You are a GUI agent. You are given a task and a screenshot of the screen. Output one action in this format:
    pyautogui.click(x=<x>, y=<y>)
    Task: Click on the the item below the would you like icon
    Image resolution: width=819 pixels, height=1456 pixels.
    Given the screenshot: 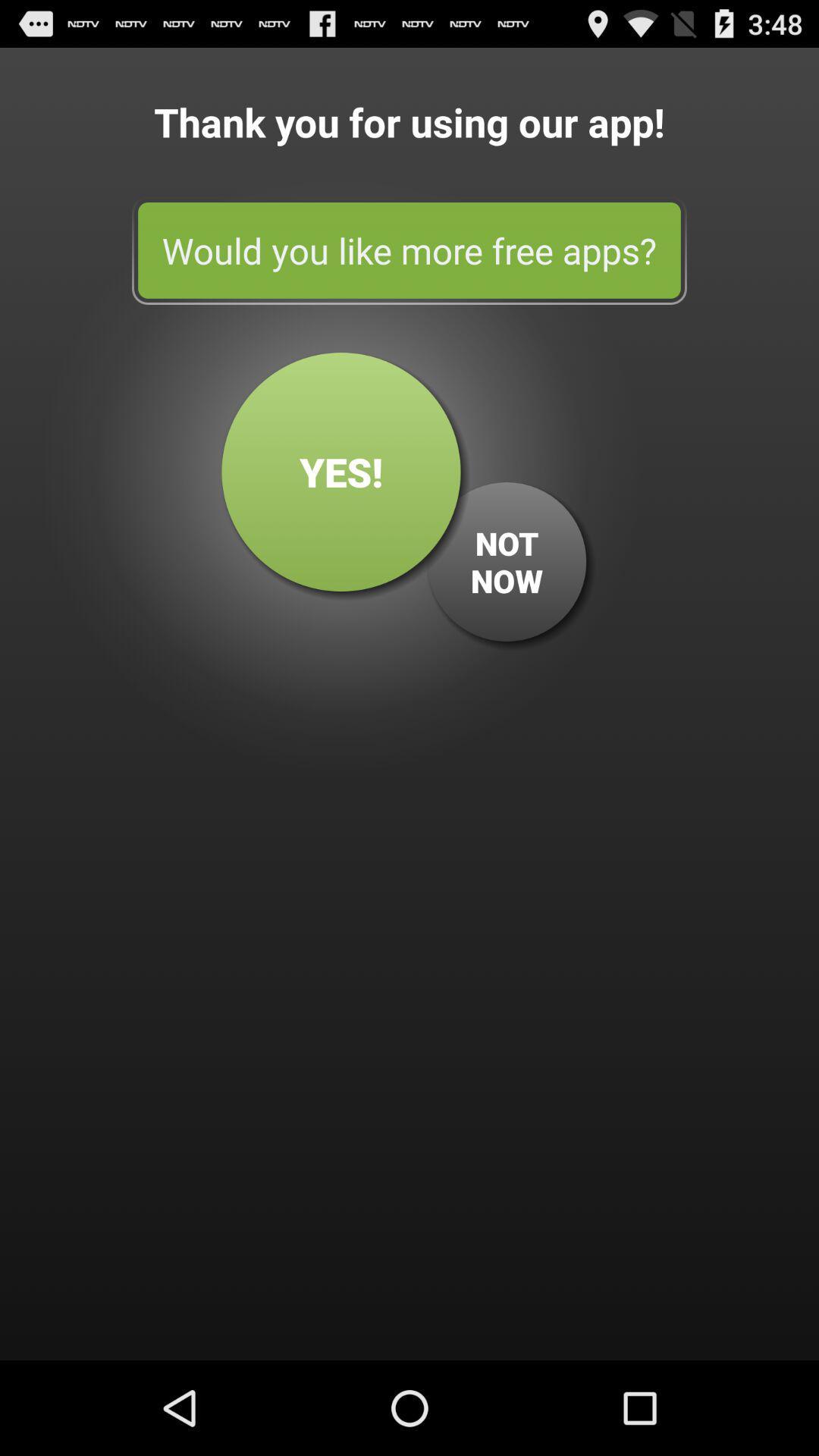 What is the action you would take?
    pyautogui.click(x=341, y=471)
    